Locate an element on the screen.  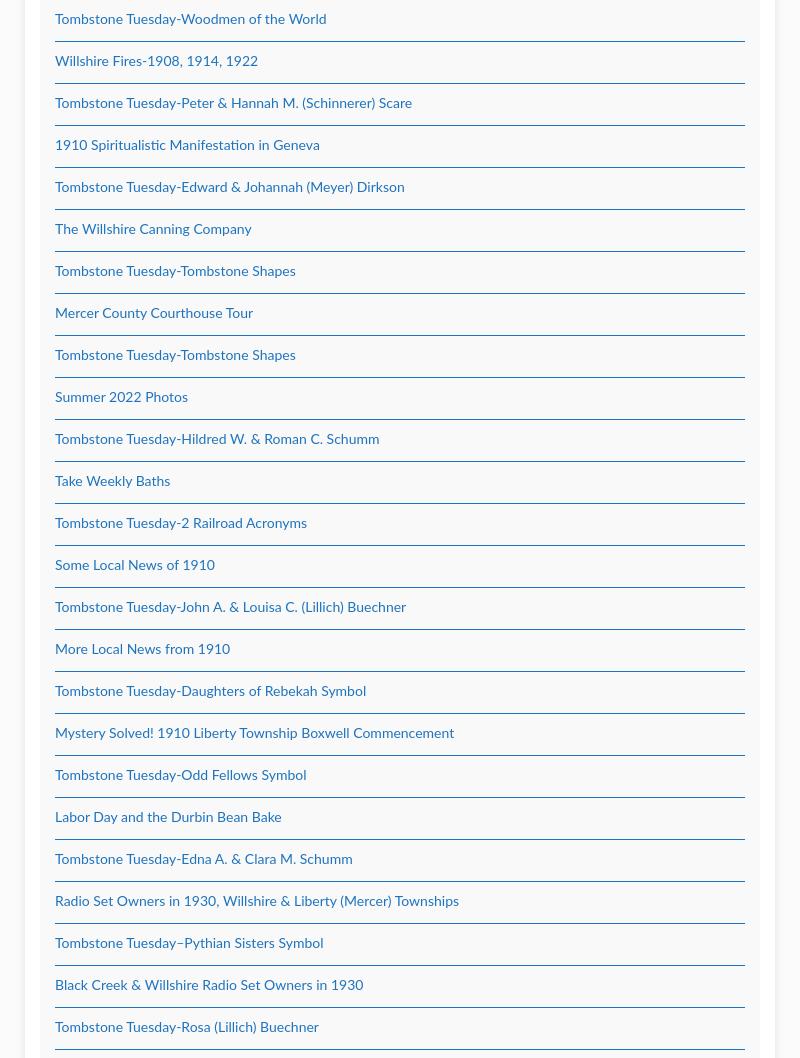
'Mystery Solved! 1910 Liberty Township Boxwell Commencement' is located at coordinates (253, 734).